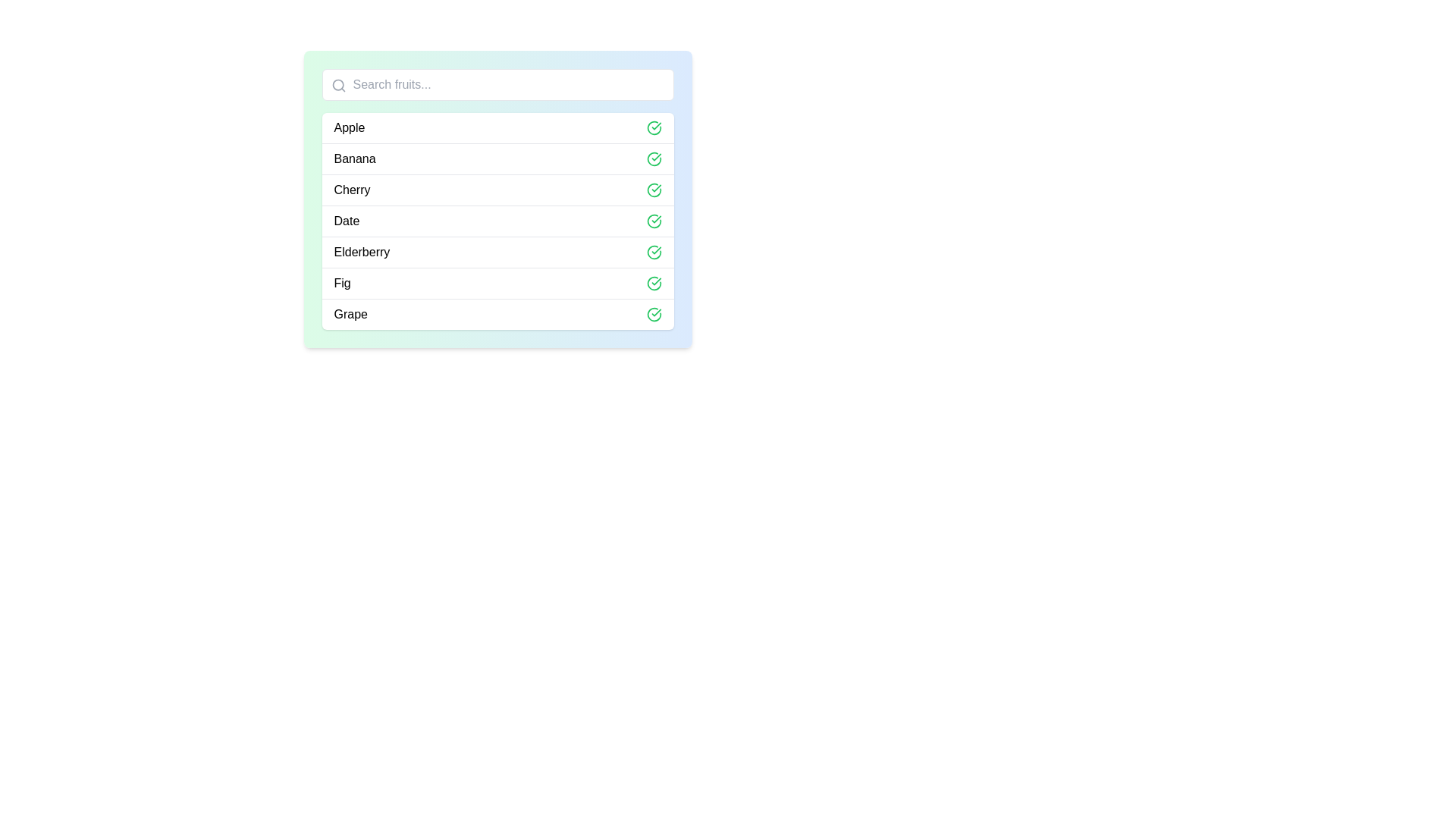 The height and width of the screenshot is (819, 1456). I want to click on the list item labeled 'Cherry', which is the third item in a vertically-aligned list under a search bar, so click(497, 198).